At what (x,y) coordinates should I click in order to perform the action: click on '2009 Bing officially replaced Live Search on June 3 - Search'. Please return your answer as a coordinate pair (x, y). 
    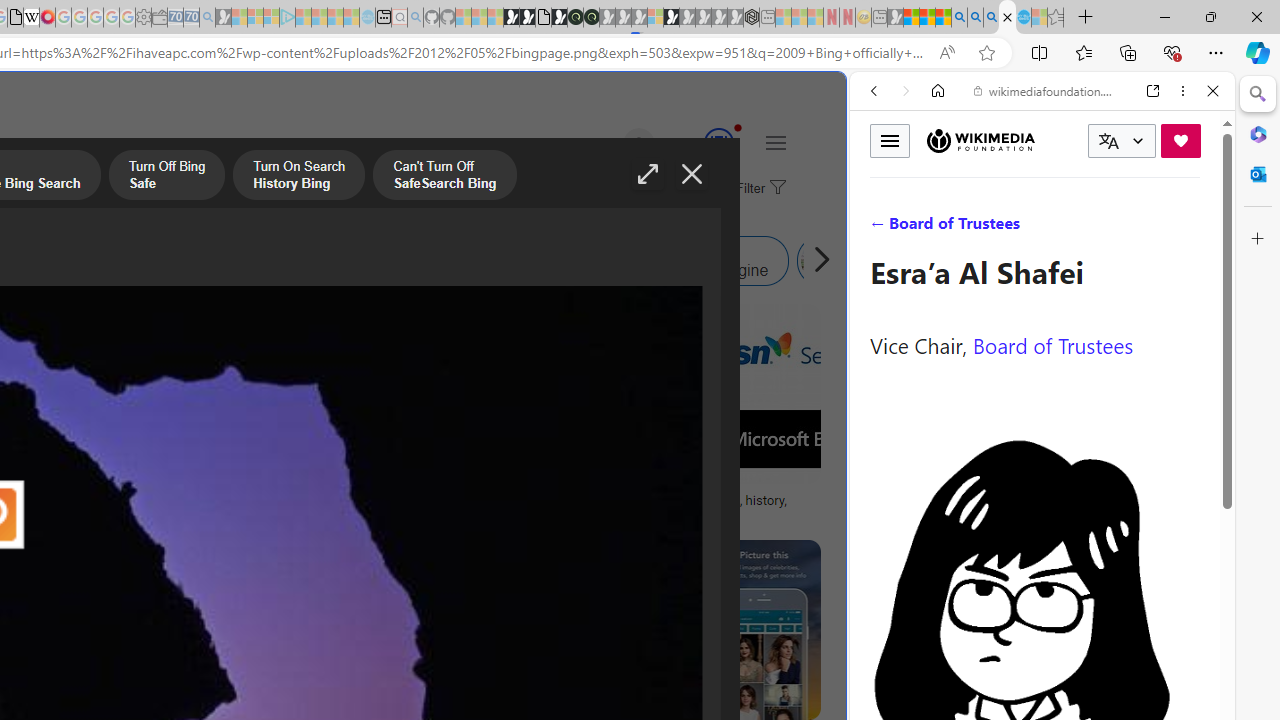
    Looking at the image, I should click on (975, 17).